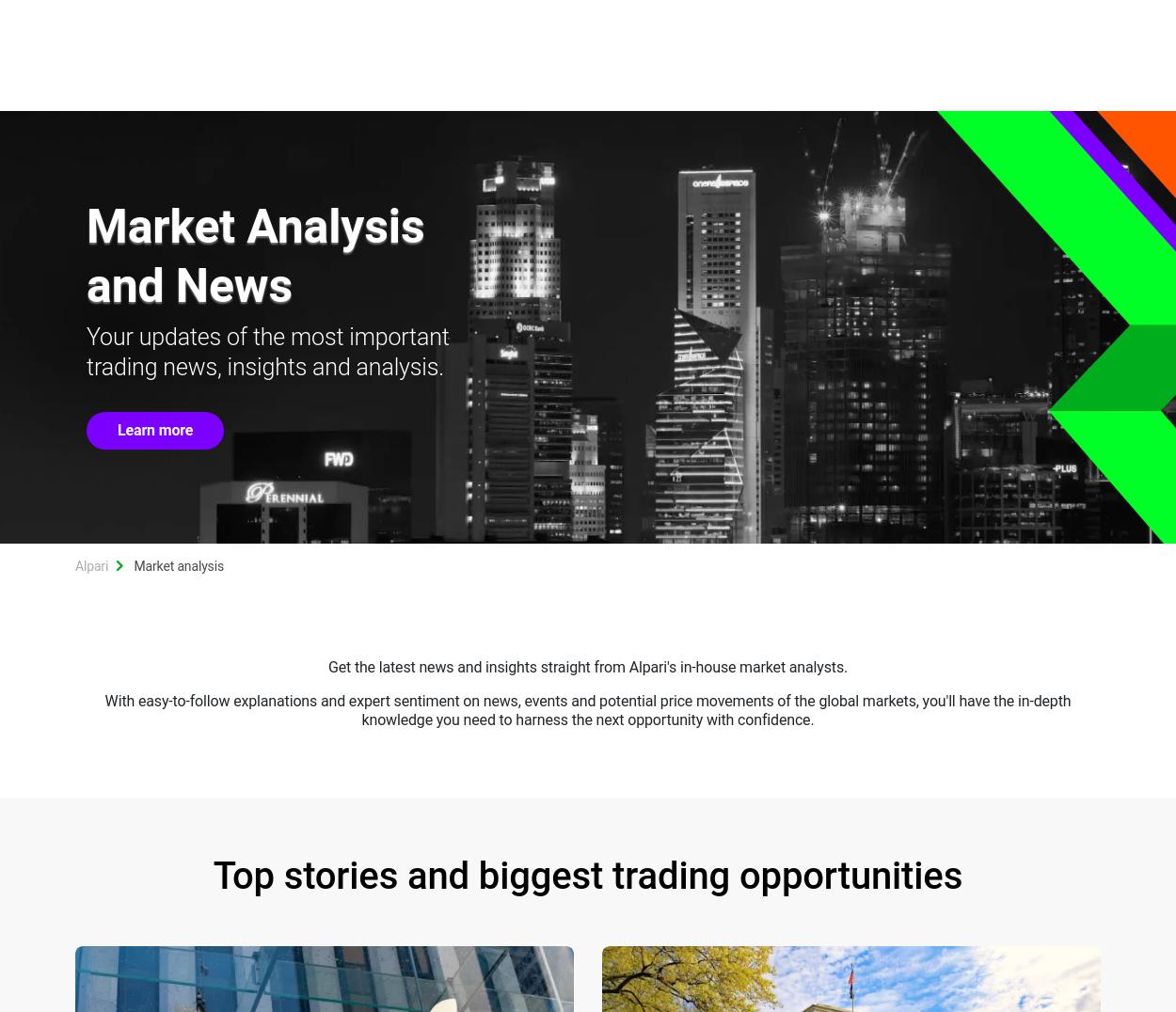  What do you see at coordinates (443, 590) in the screenshot?
I see `'11:48'` at bounding box center [443, 590].